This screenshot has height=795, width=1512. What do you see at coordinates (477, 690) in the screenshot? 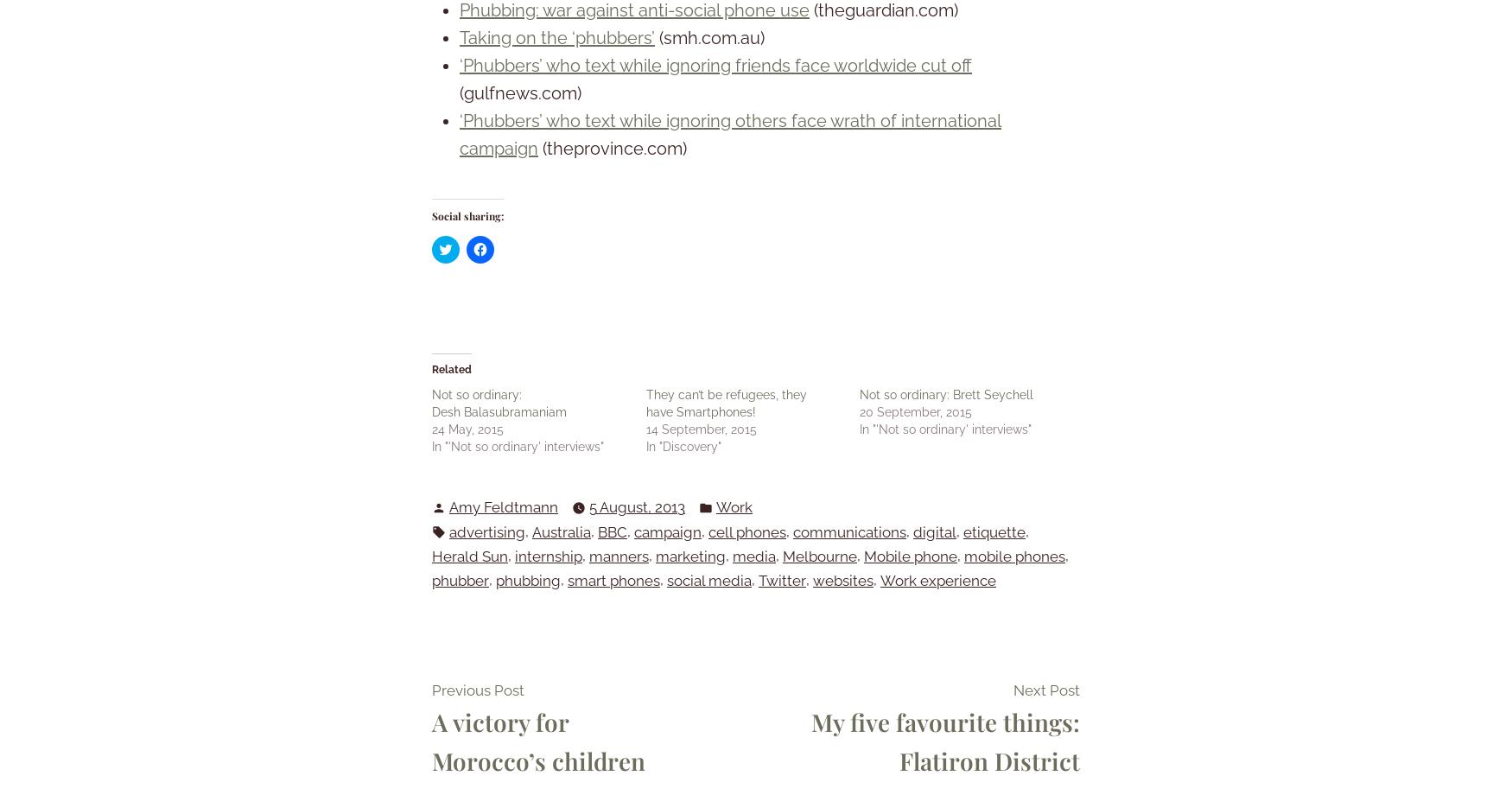
I see `'Previous Post'` at bounding box center [477, 690].